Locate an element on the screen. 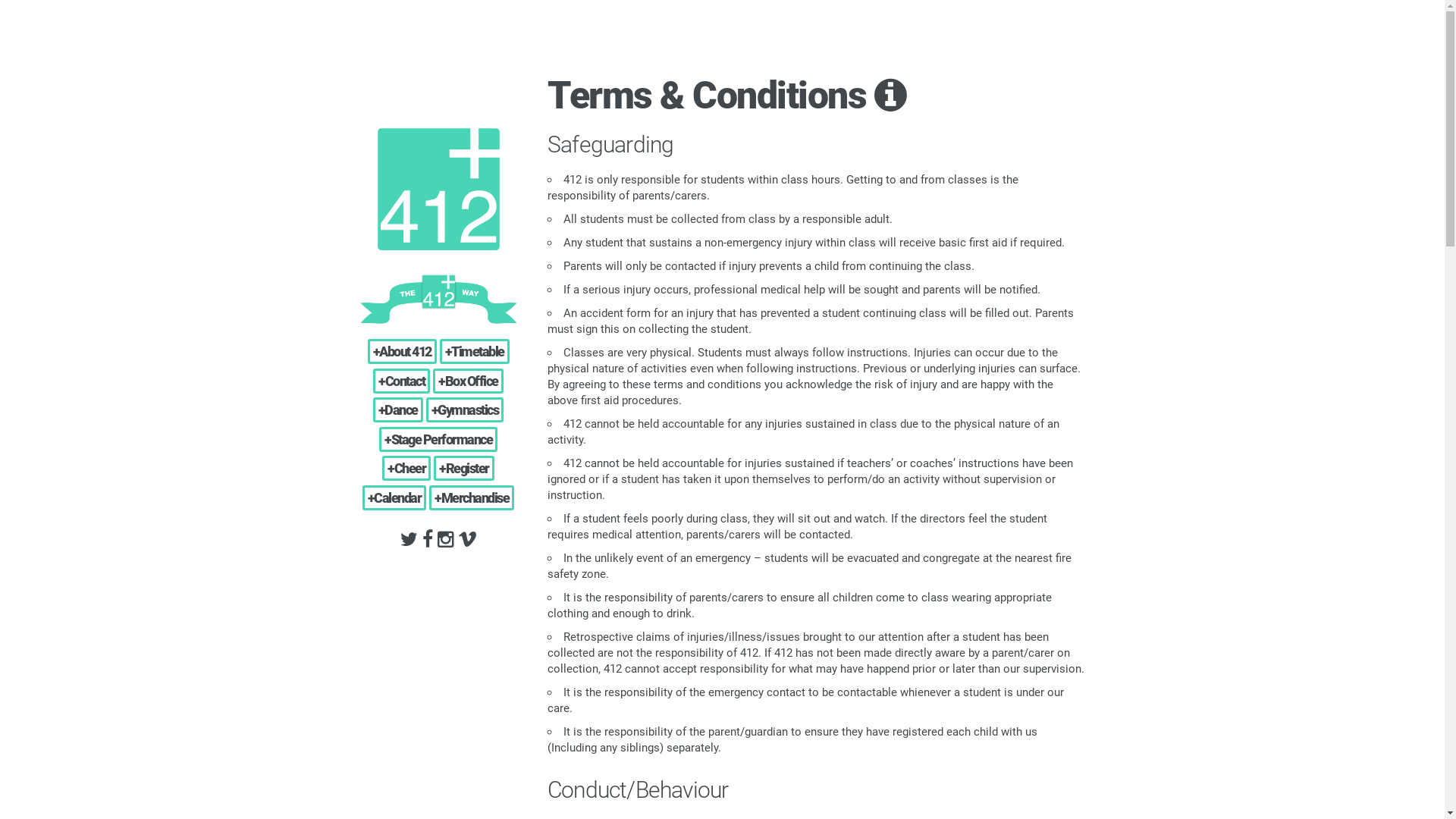 The width and height of the screenshot is (1456, 819). '+Dance' is located at coordinates (397, 409).